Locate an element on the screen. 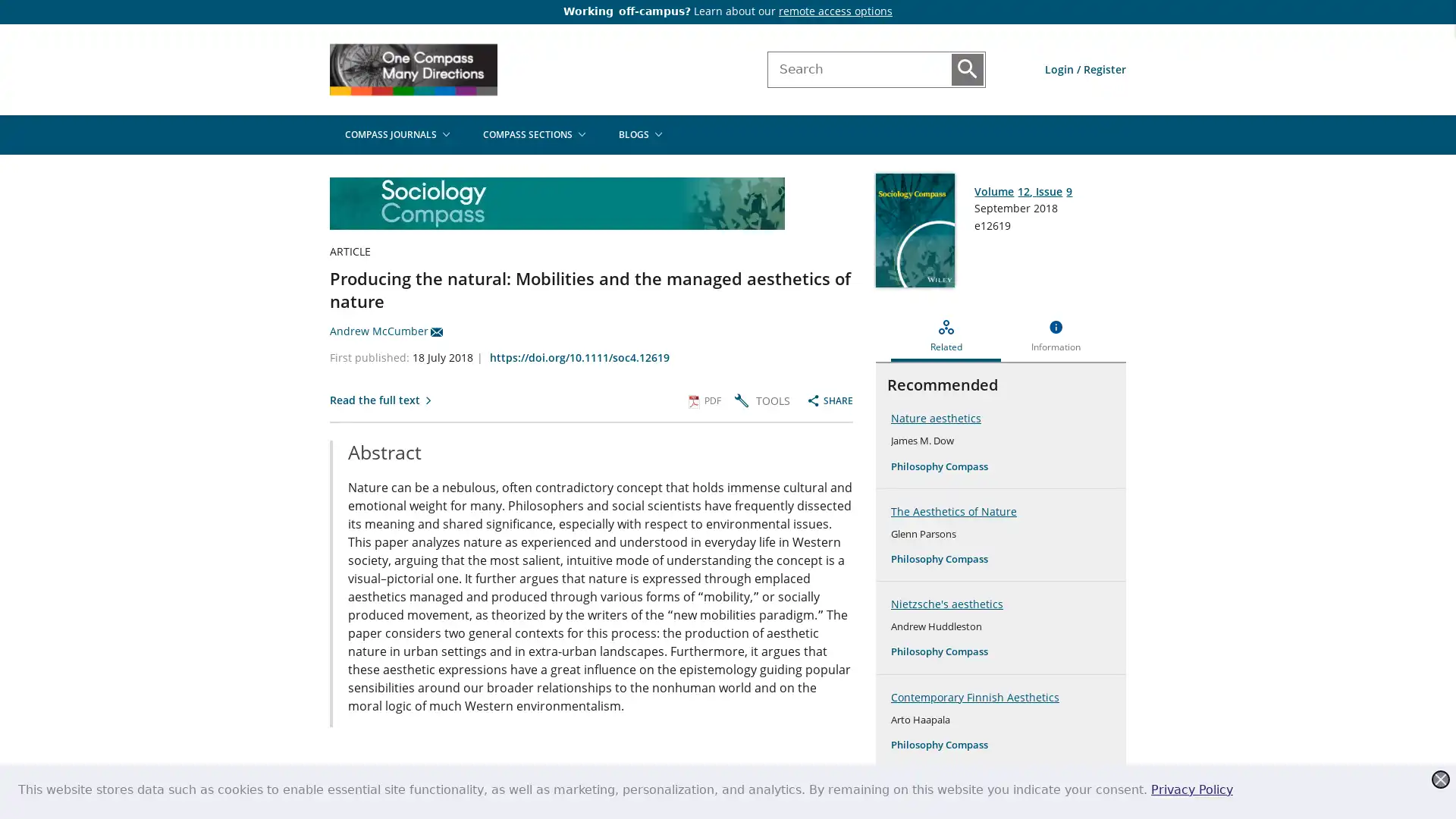 The height and width of the screenshot is (819, 1456). Submit Search is located at coordinates (967, 69).